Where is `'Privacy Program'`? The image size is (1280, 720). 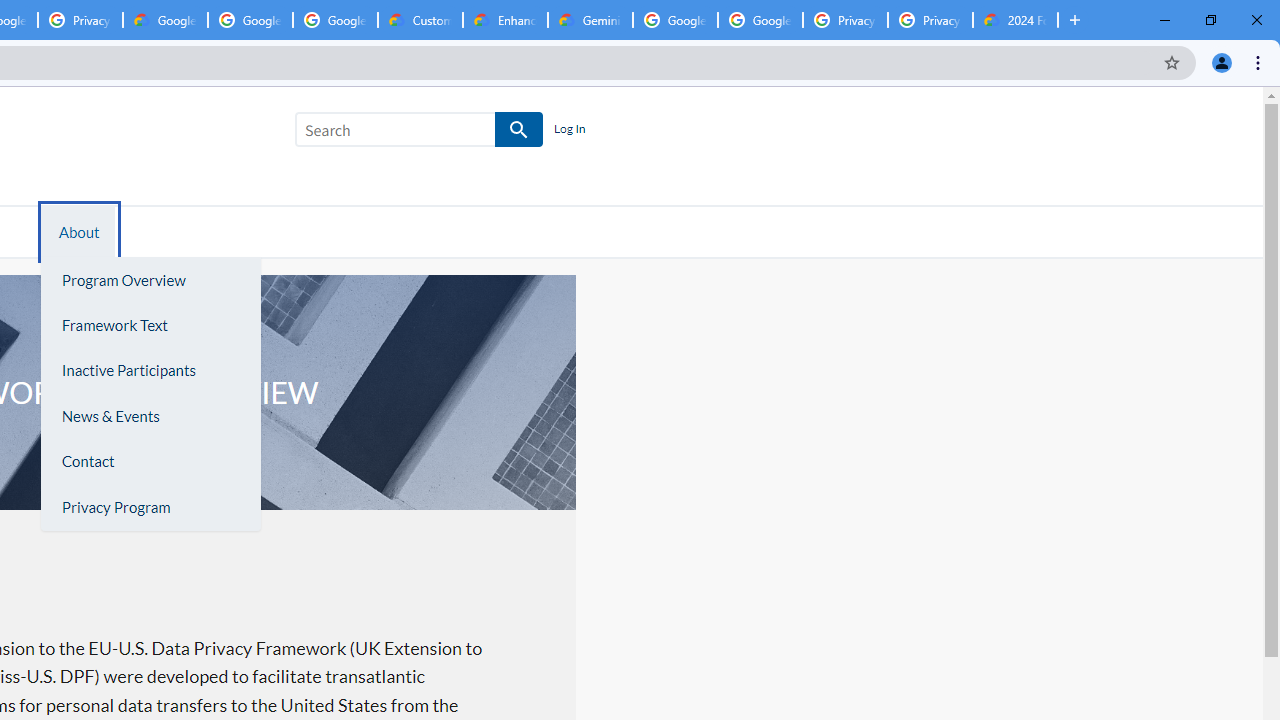 'Privacy Program' is located at coordinates (149, 506).